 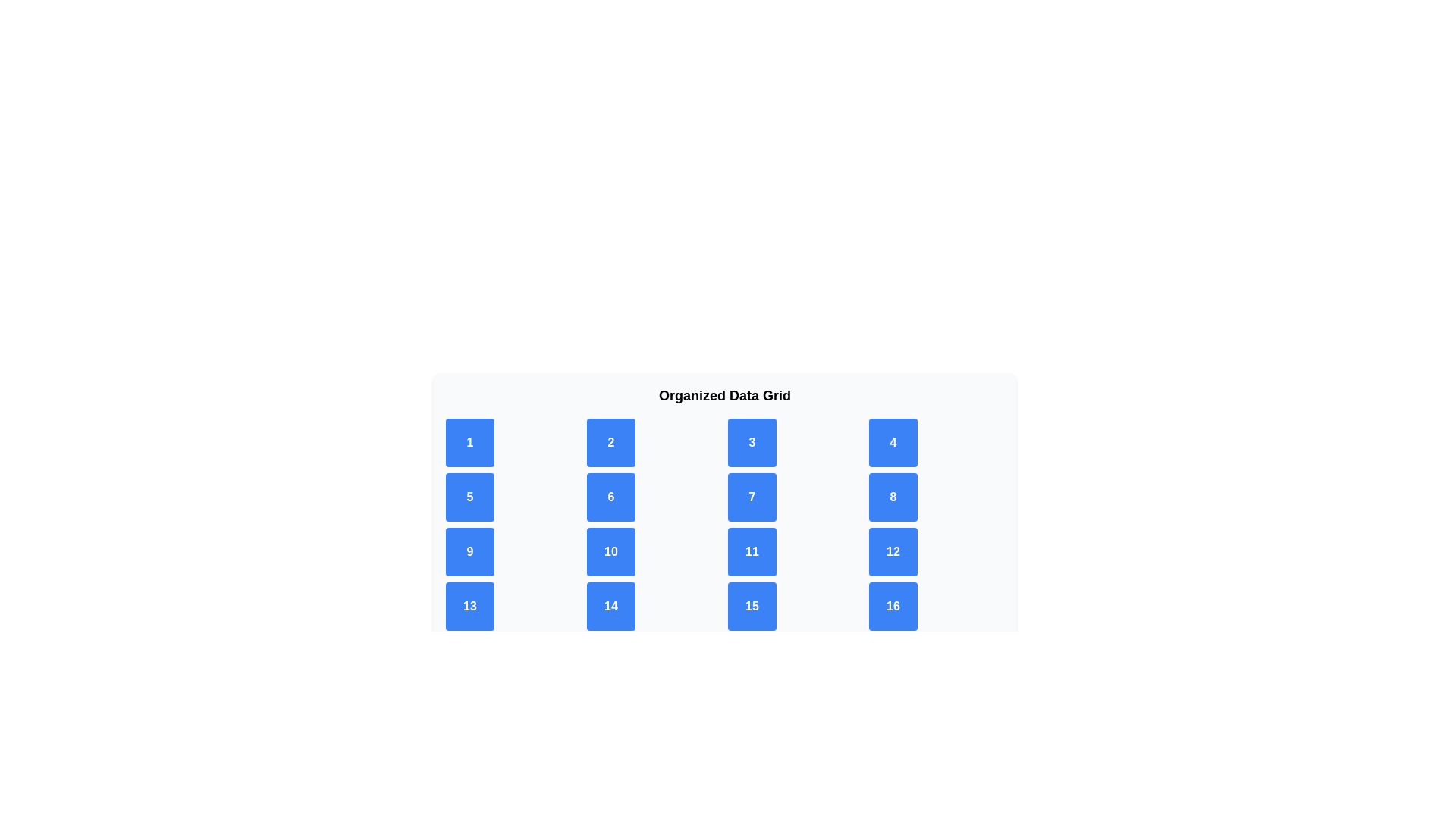 I want to click on the rounded square button displaying the numeral '15' with a blue background and white text, located in the fourth row and third column of the grid layout, so click(x=752, y=605).